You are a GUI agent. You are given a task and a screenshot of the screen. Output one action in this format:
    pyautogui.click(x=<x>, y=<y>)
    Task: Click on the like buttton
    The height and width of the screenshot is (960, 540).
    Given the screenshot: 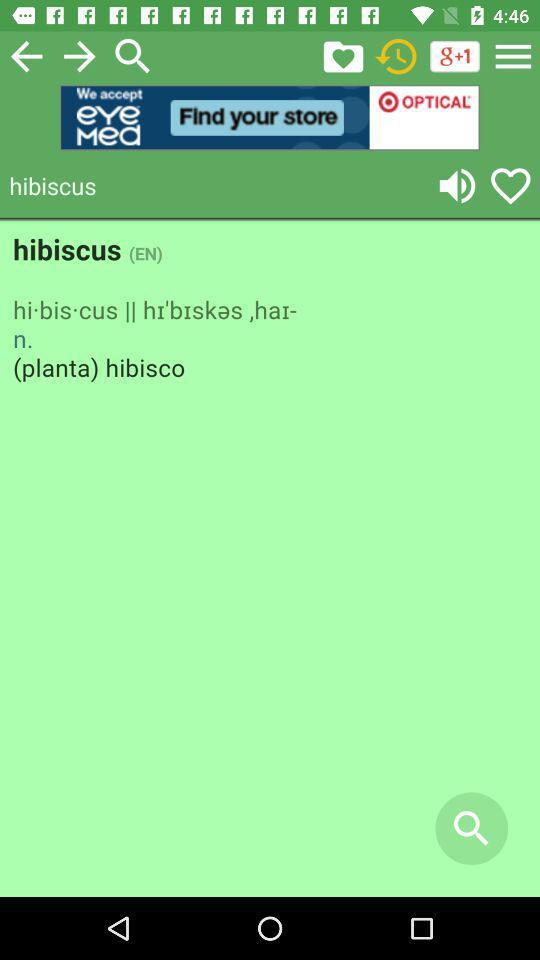 What is the action you would take?
    pyautogui.click(x=510, y=185)
    